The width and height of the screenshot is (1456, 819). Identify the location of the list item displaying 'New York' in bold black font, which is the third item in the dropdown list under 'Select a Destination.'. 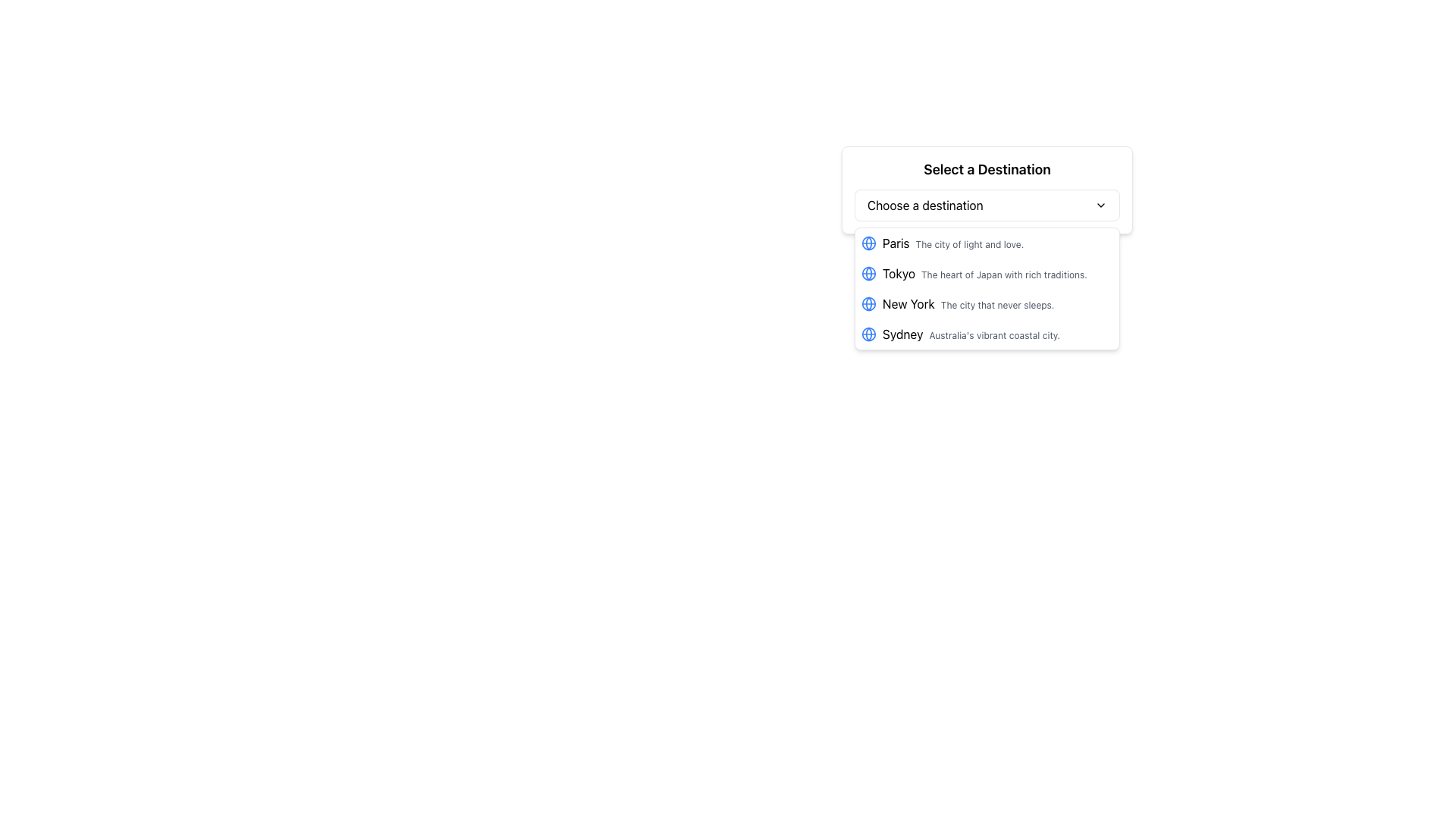
(968, 304).